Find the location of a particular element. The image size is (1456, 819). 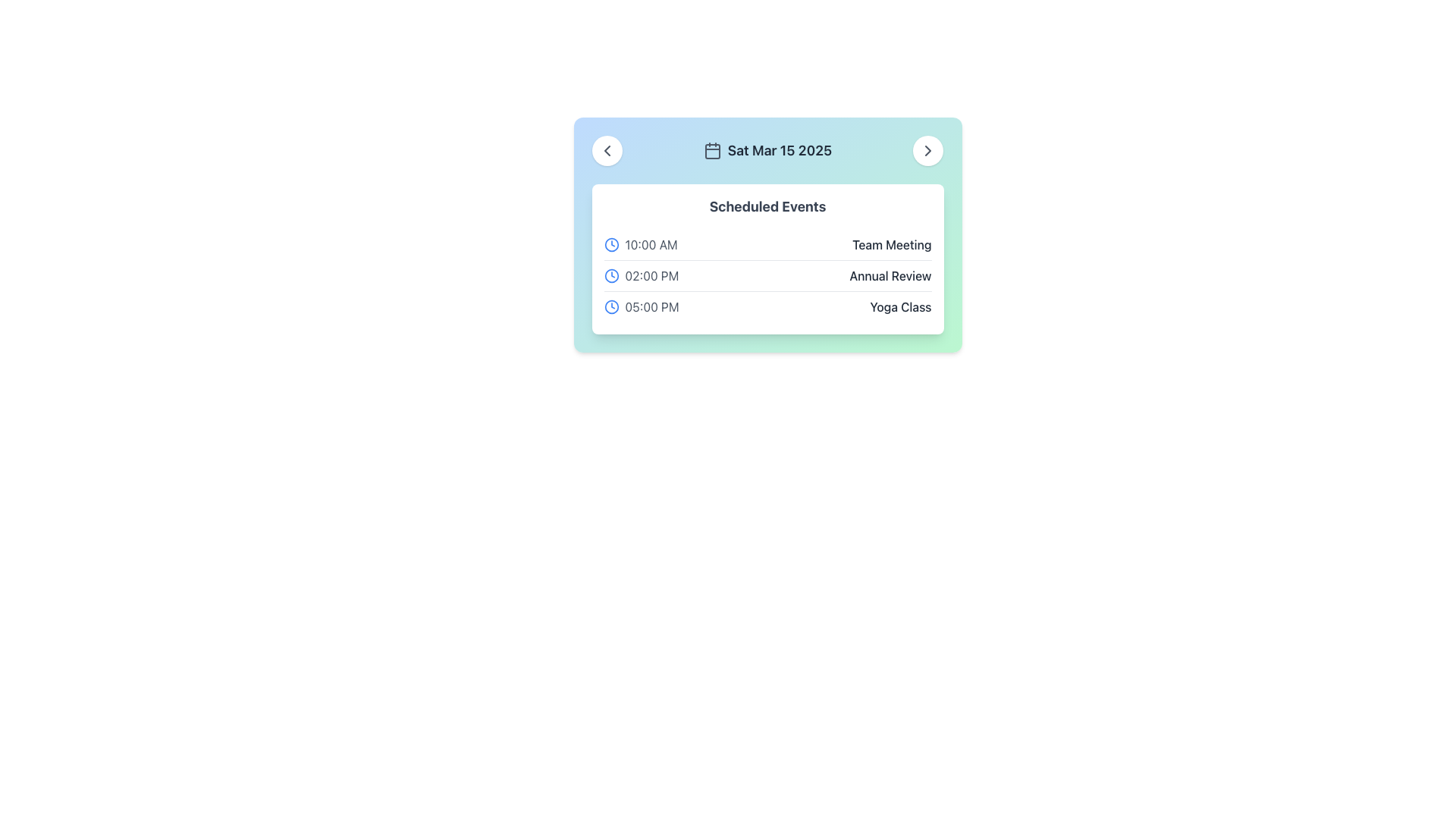

the Text Label displaying 'Yoga Class' in dark gray, bold font, located in the 'Scheduled Events' section of the card layout is located at coordinates (900, 307).